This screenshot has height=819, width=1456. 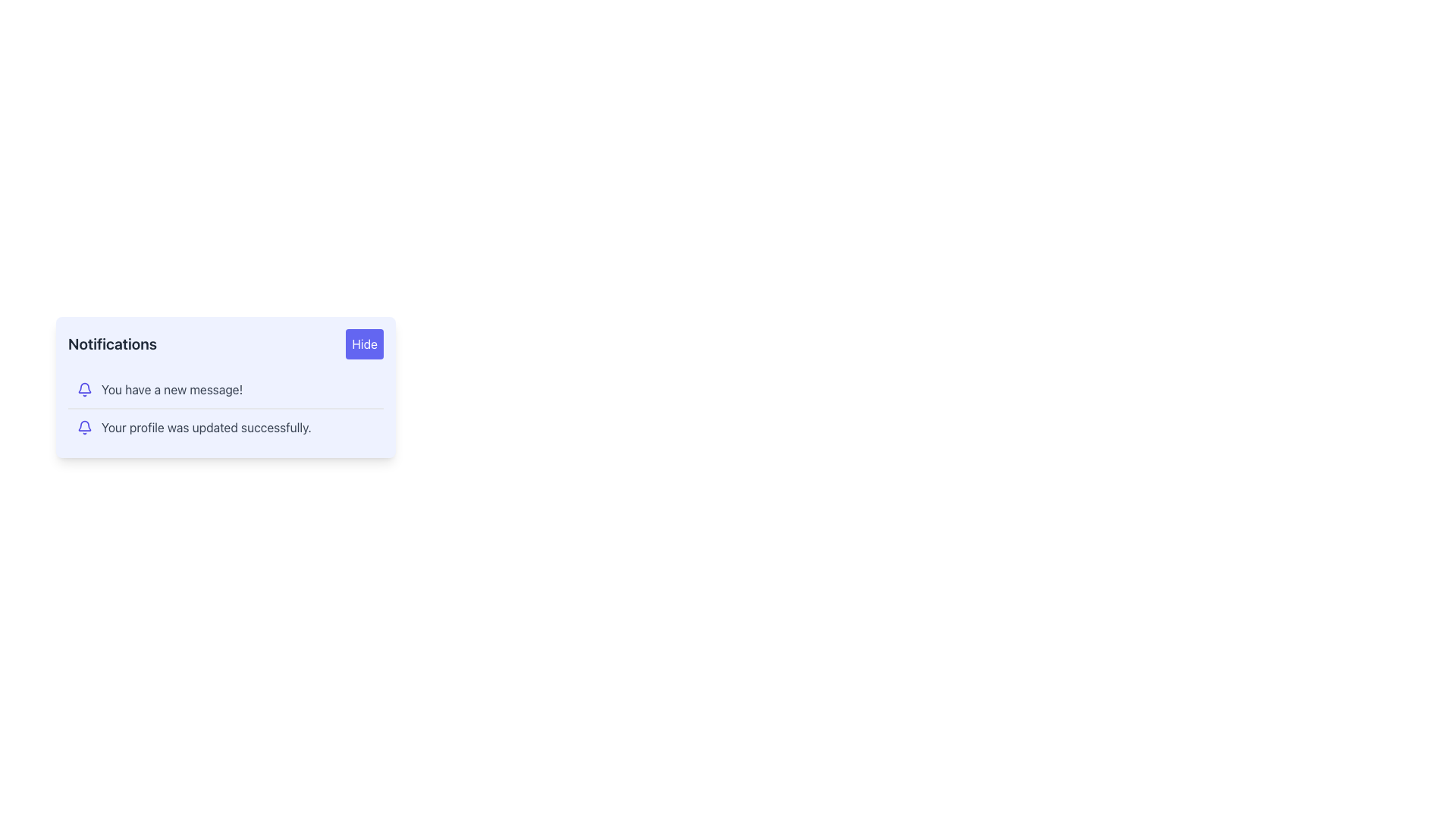 I want to click on the 'Hide' button with a vibrant indigo background and white text to hide notifications, so click(x=365, y=344).